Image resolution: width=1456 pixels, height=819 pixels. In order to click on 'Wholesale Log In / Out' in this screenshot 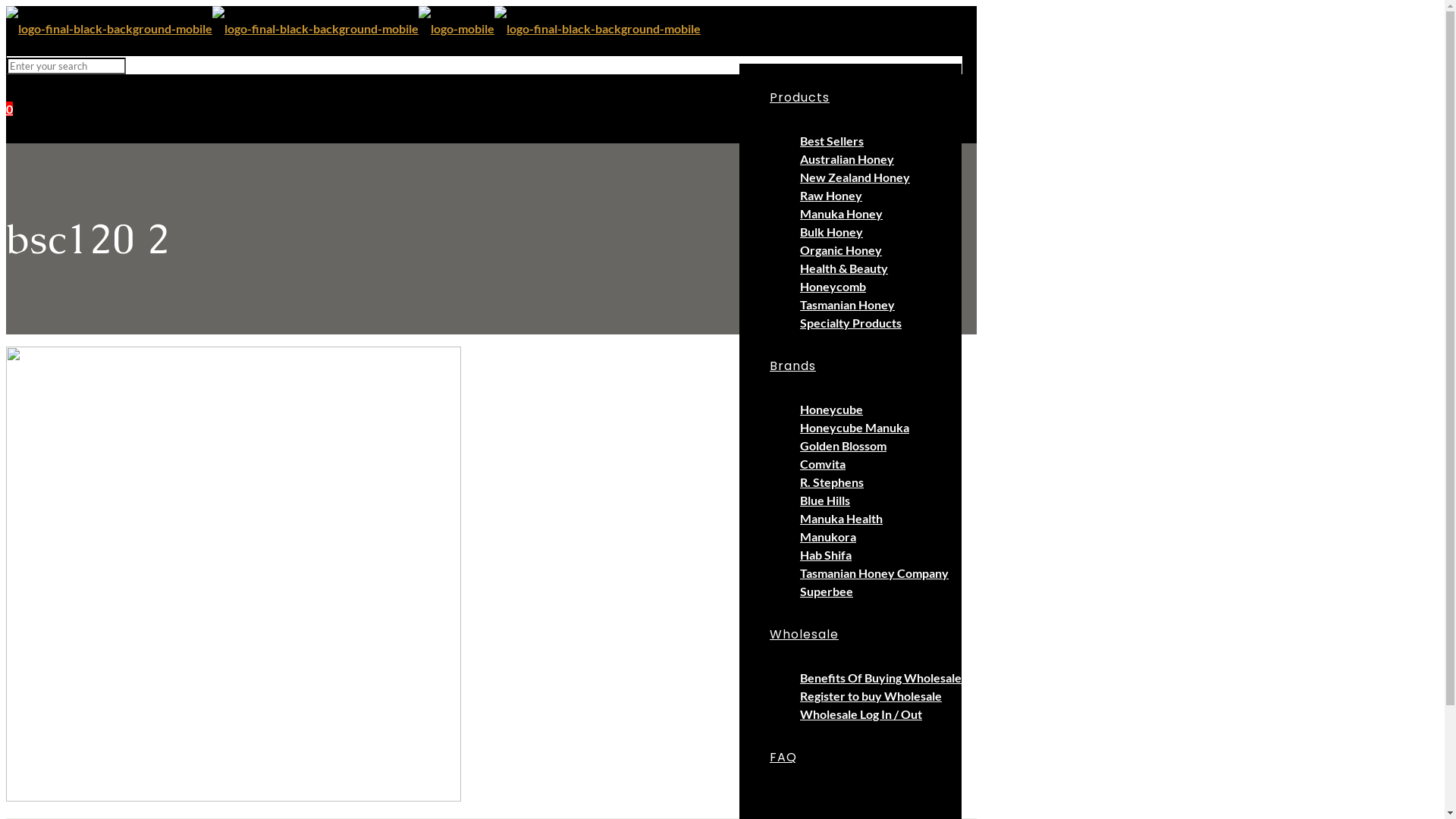, I will do `click(799, 714)`.